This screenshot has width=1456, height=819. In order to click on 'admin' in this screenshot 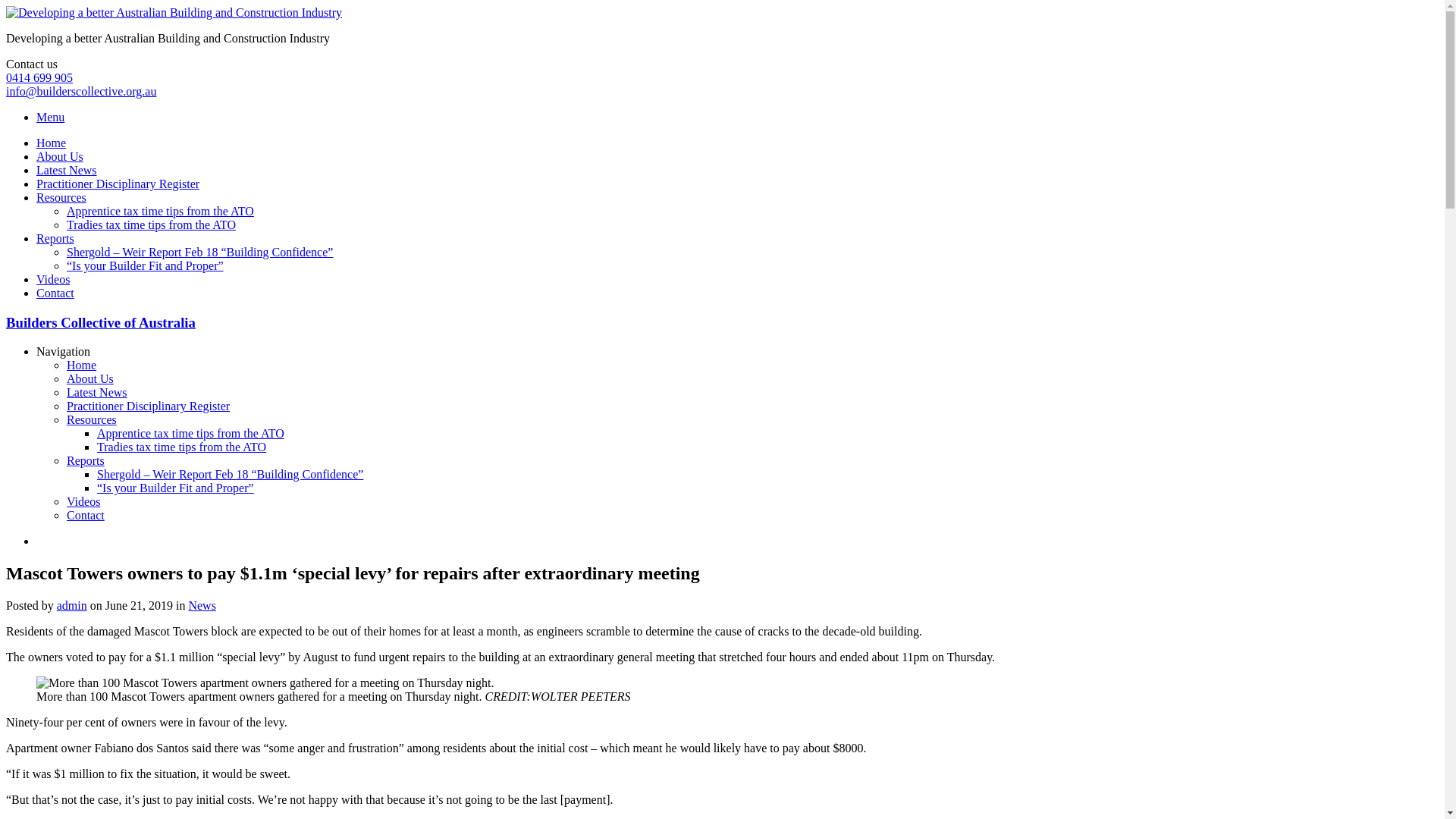, I will do `click(71, 604)`.